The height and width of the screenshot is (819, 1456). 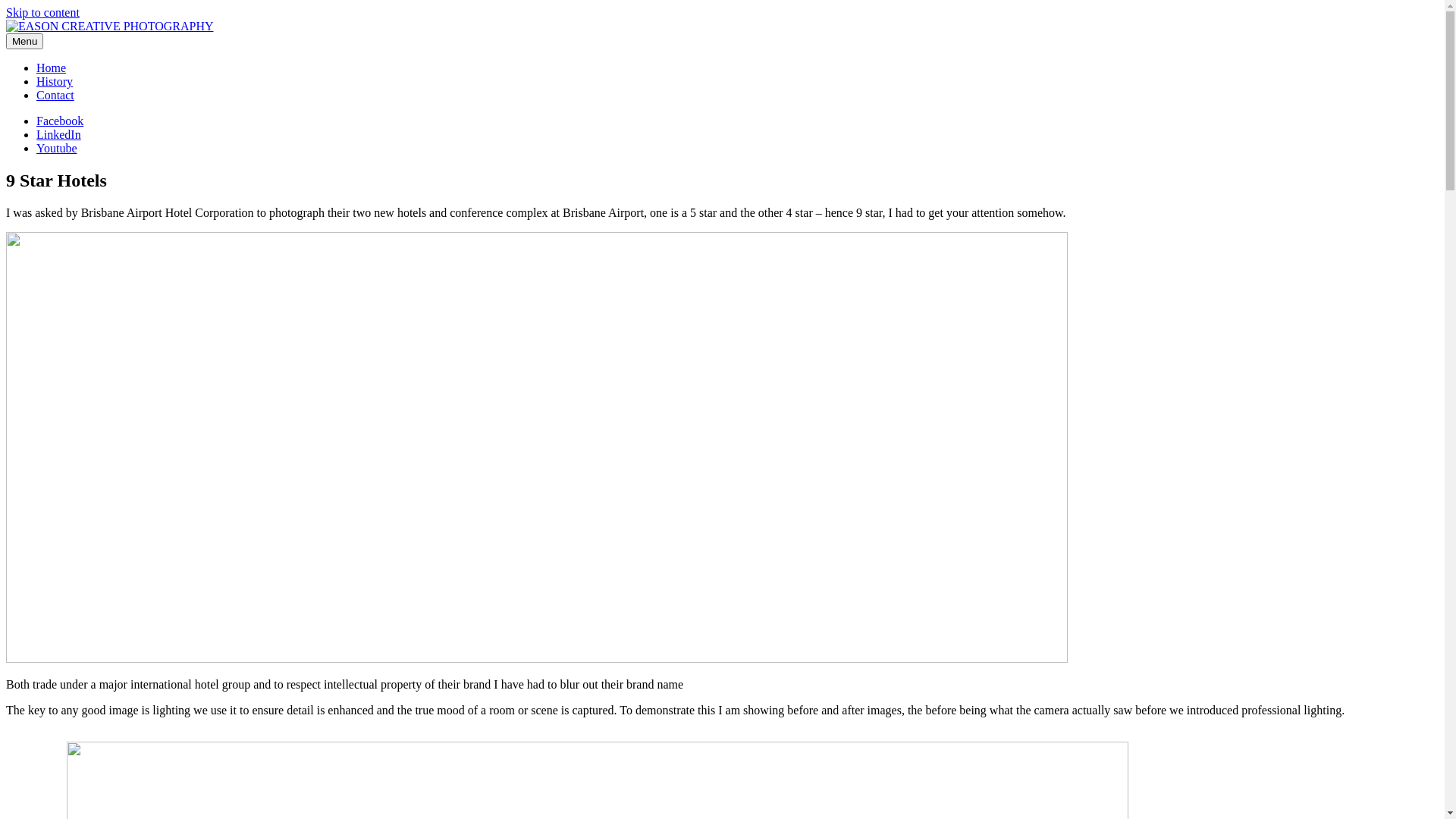 I want to click on 'Youtube', so click(x=57, y=148).